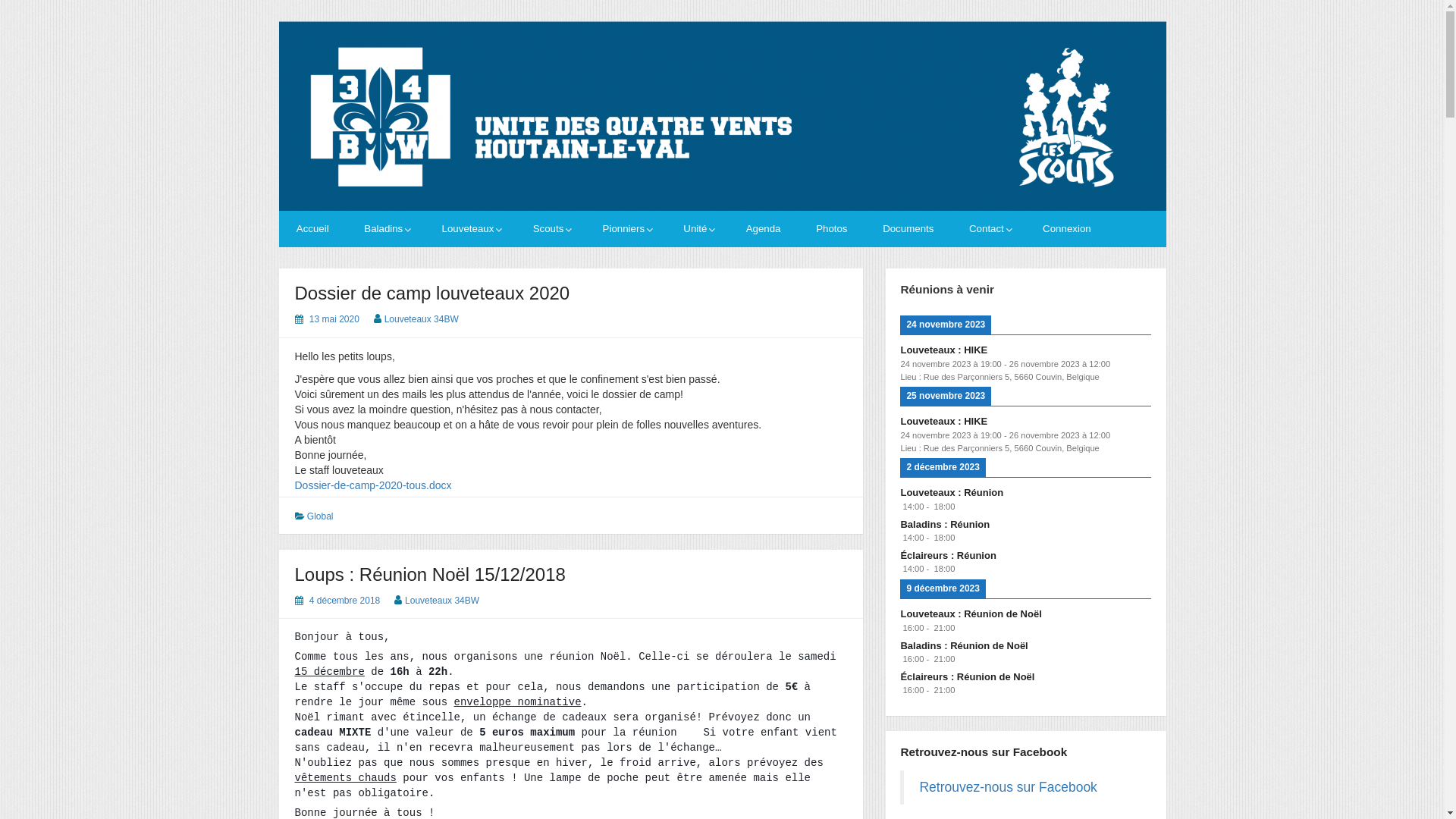 The image size is (1456, 819). Describe the element at coordinates (763, 228) in the screenshot. I see `'Agenda'` at that location.